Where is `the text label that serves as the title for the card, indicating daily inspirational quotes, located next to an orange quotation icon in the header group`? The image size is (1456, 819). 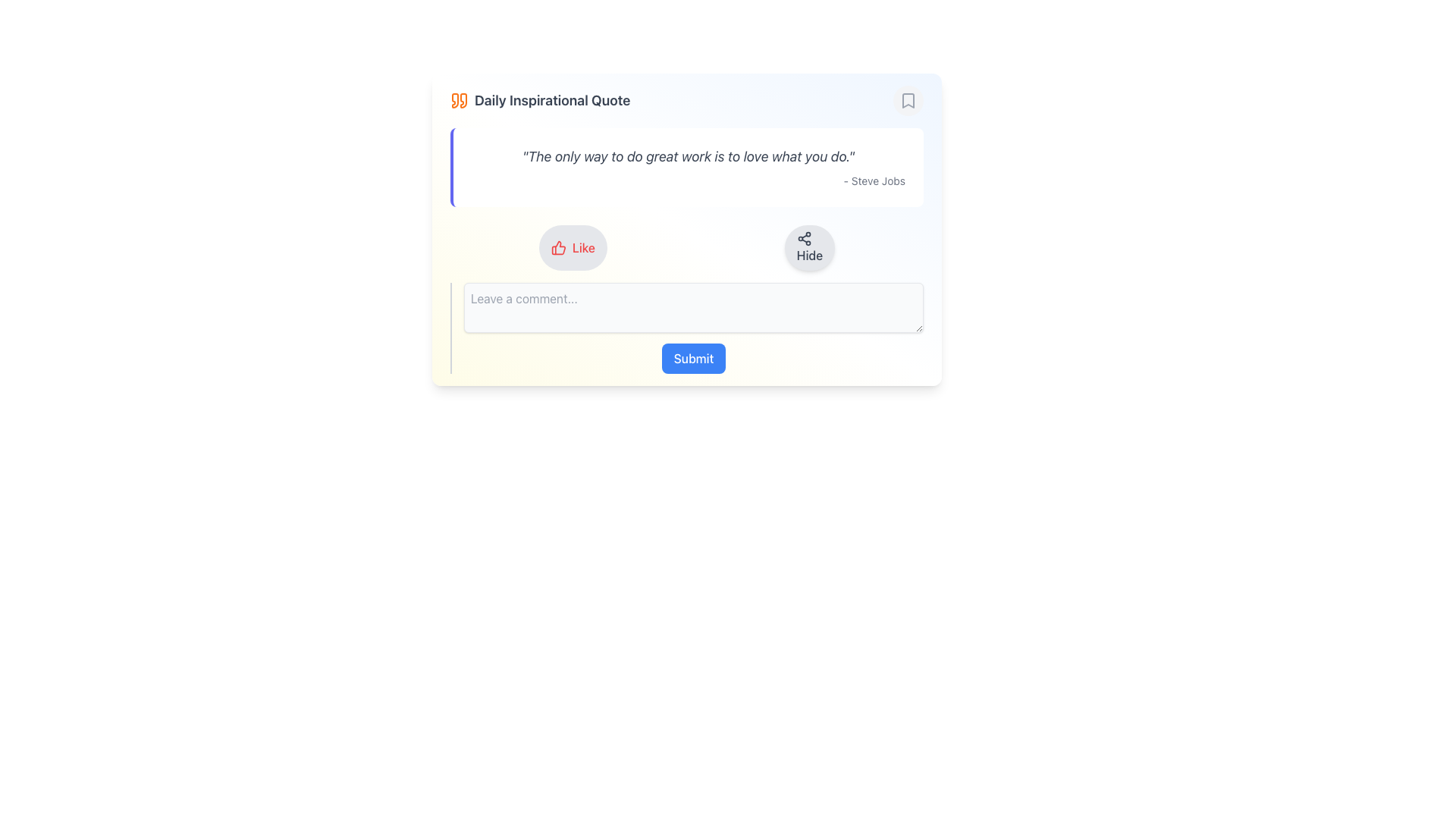
the text label that serves as the title for the card, indicating daily inspirational quotes, located next to an orange quotation icon in the header group is located at coordinates (551, 100).